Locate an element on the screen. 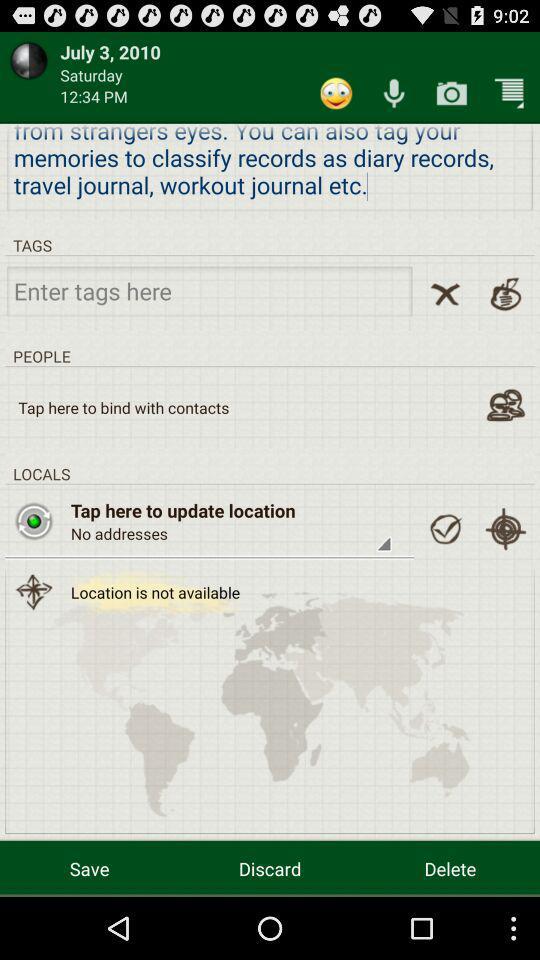 This screenshot has width=540, height=960. remove tag is located at coordinates (445, 293).